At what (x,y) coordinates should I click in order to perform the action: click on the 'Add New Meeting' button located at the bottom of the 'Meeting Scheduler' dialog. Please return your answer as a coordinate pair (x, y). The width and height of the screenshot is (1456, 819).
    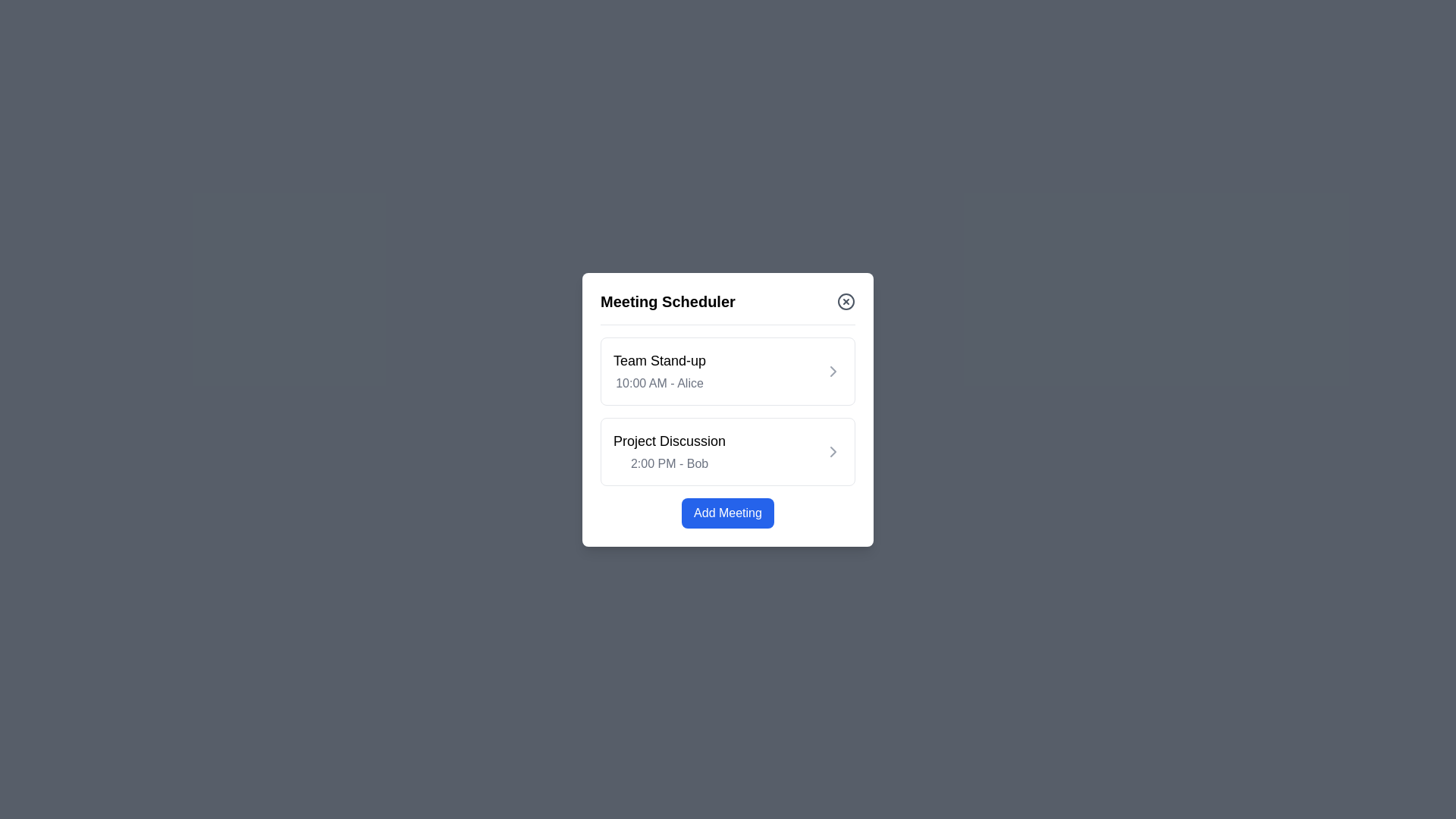
    Looking at the image, I should click on (728, 512).